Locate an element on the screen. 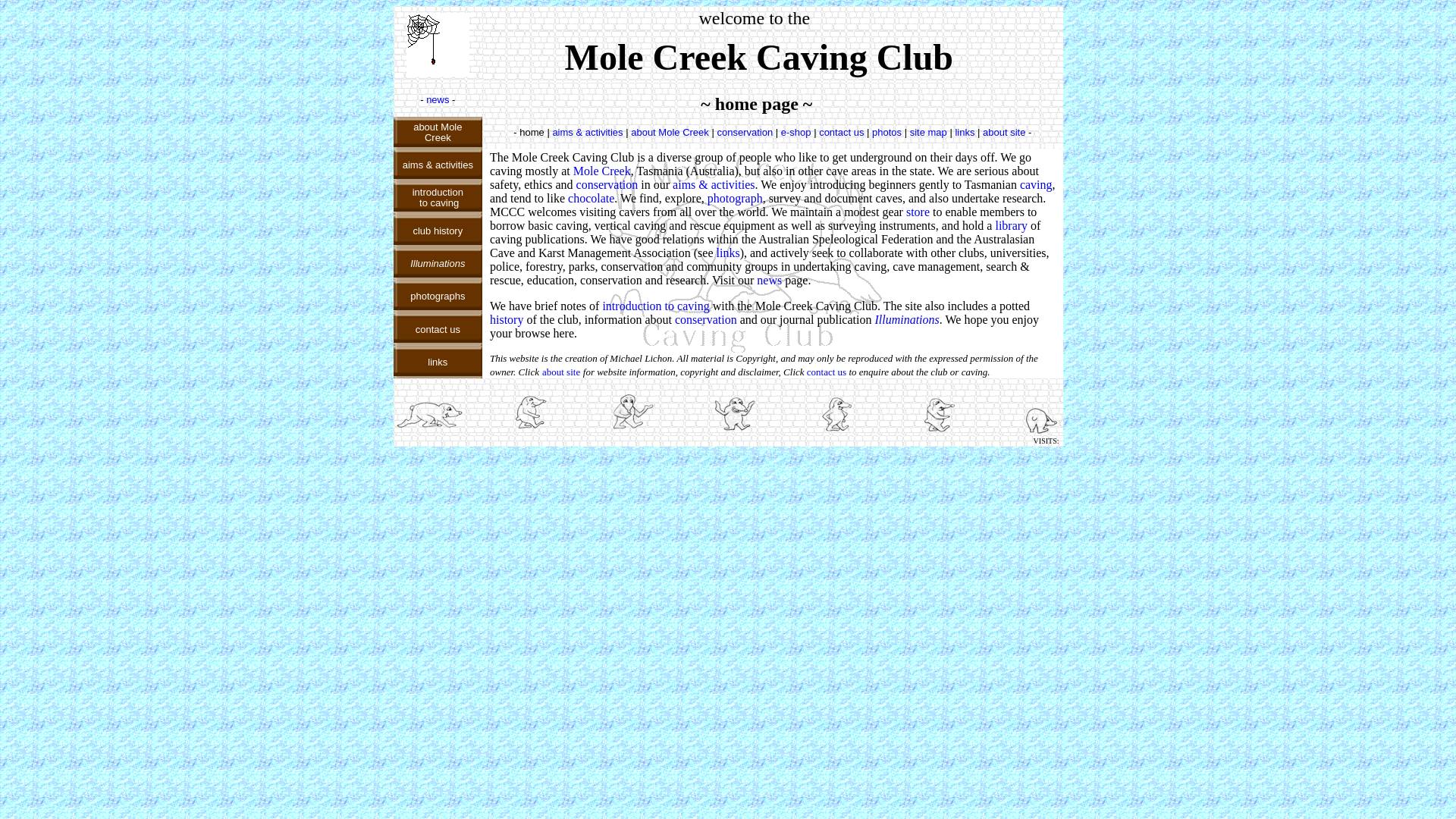 The width and height of the screenshot is (1456, 819). 'news' is located at coordinates (769, 280).